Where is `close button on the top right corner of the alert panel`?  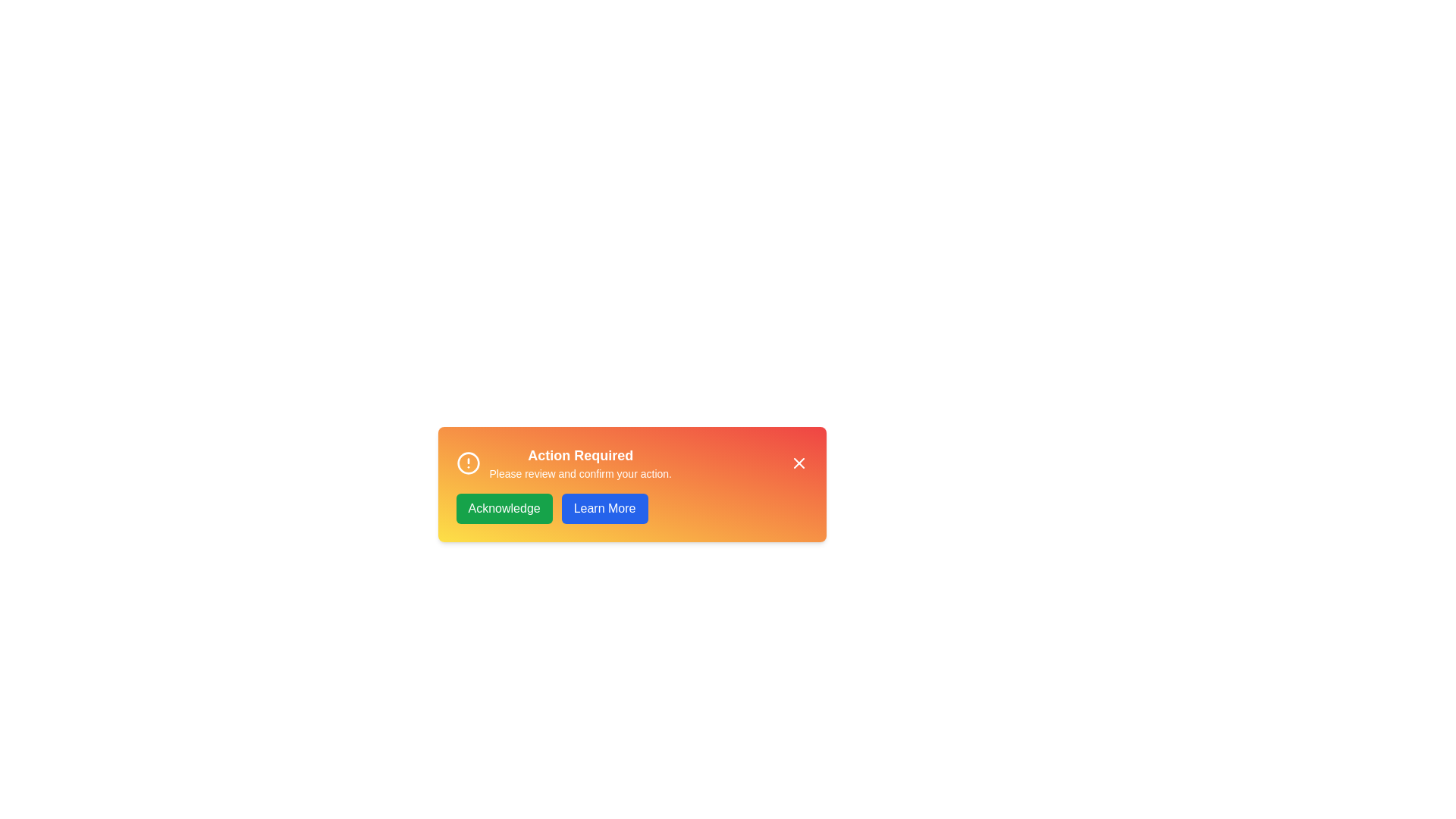
close button on the top right corner of the alert panel is located at coordinates (798, 462).